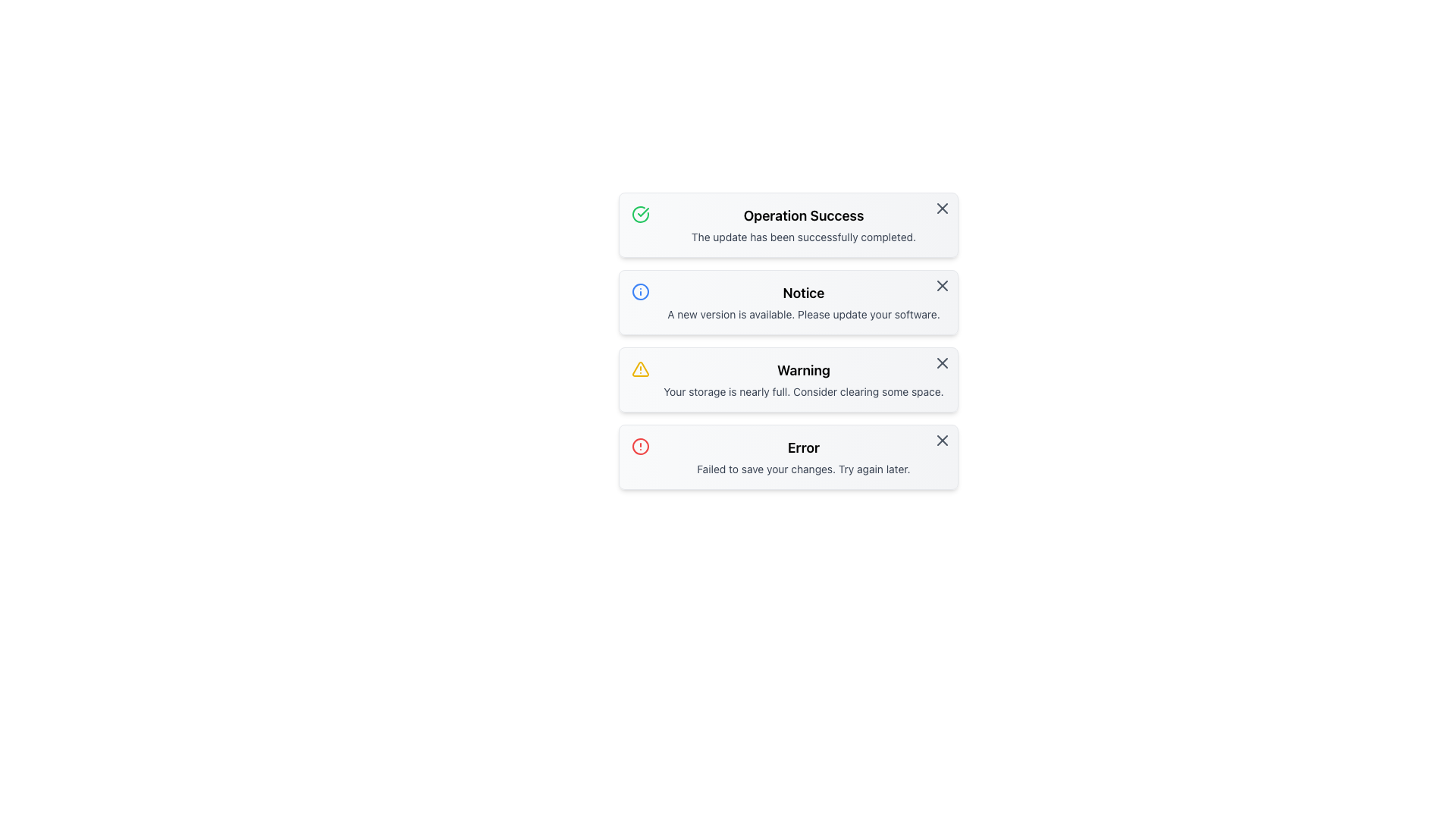 The height and width of the screenshot is (819, 1456). Describe the element at coordinates (803, 302) in the screenshot. I see `the informational text block that contains the header 'Notice' and the message 'A new version is available. Please update your software.'` at that location.